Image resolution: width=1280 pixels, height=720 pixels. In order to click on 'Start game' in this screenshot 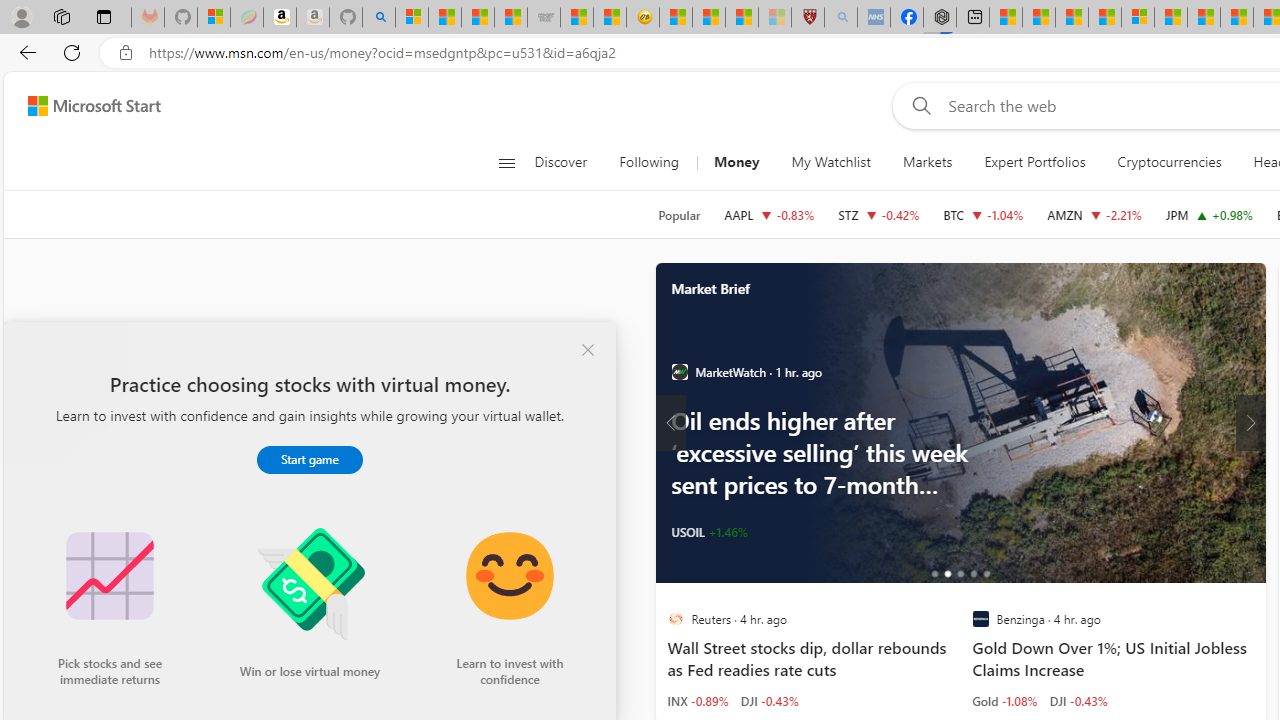, I will do `click(309, 459)`.